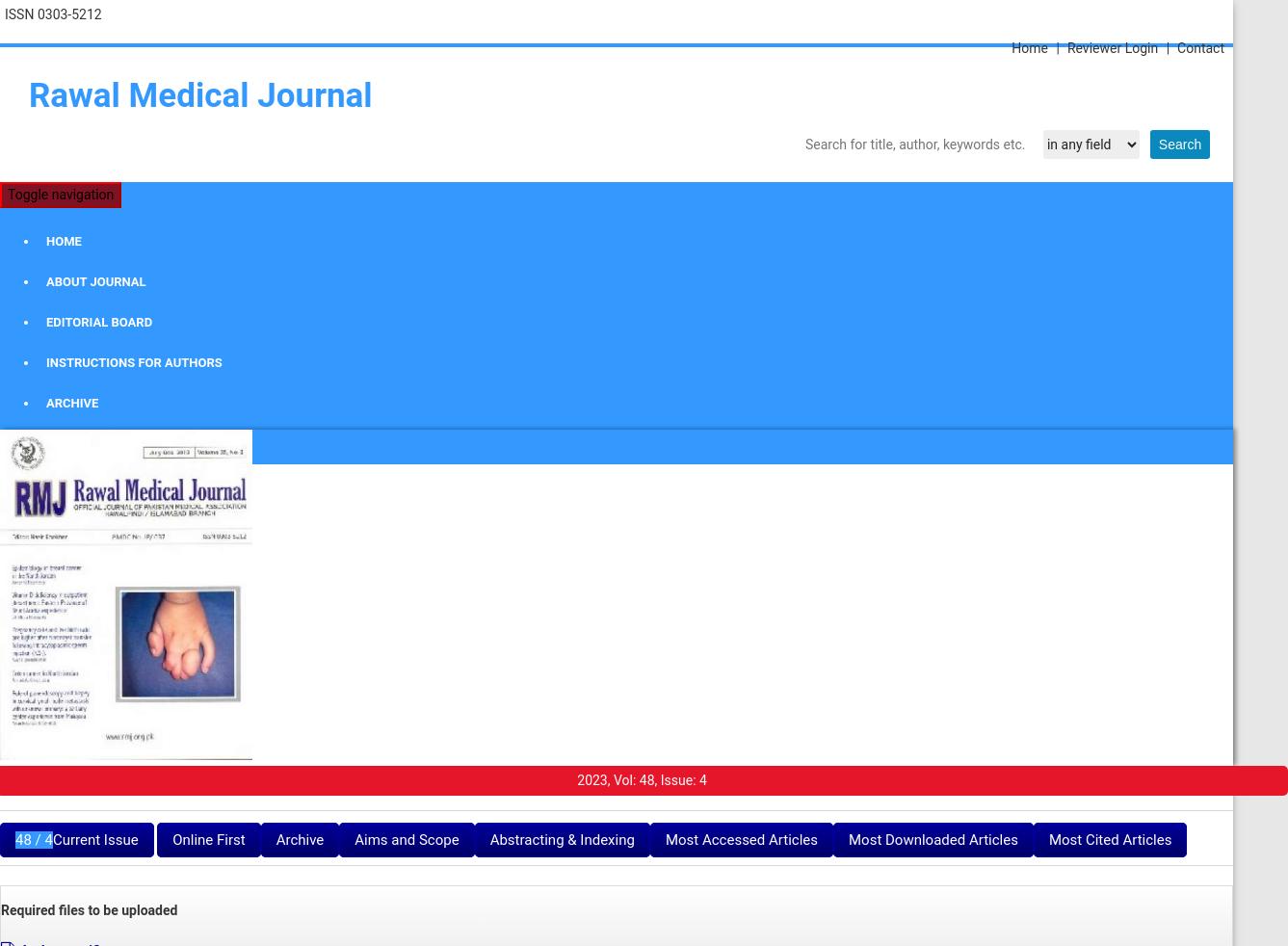  I want to click on 'ISSN  0303-5212', so click(52, 13).